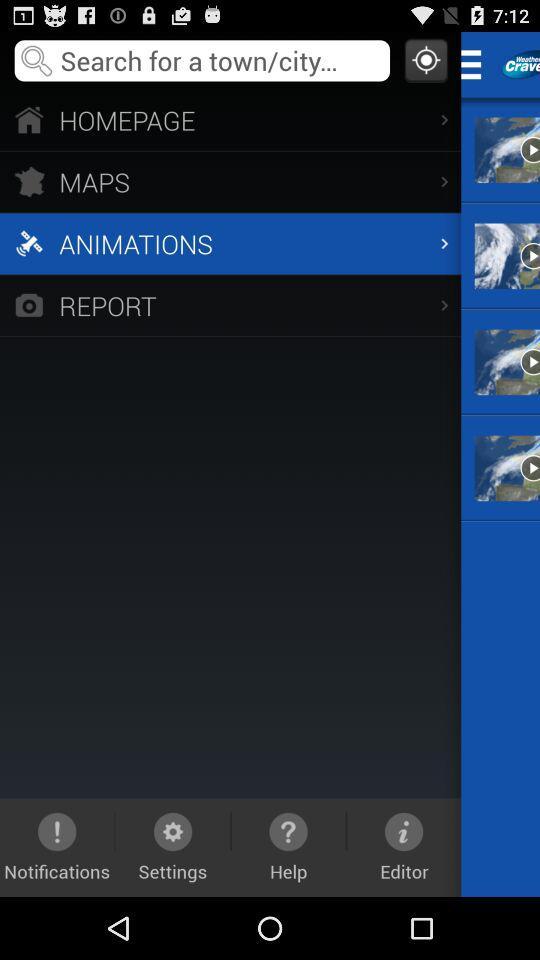 The image size is (540, 960). What do you see at coordinates (229, 242) in the screenshot?
I see `animations item` at bounding box center [229, 242].